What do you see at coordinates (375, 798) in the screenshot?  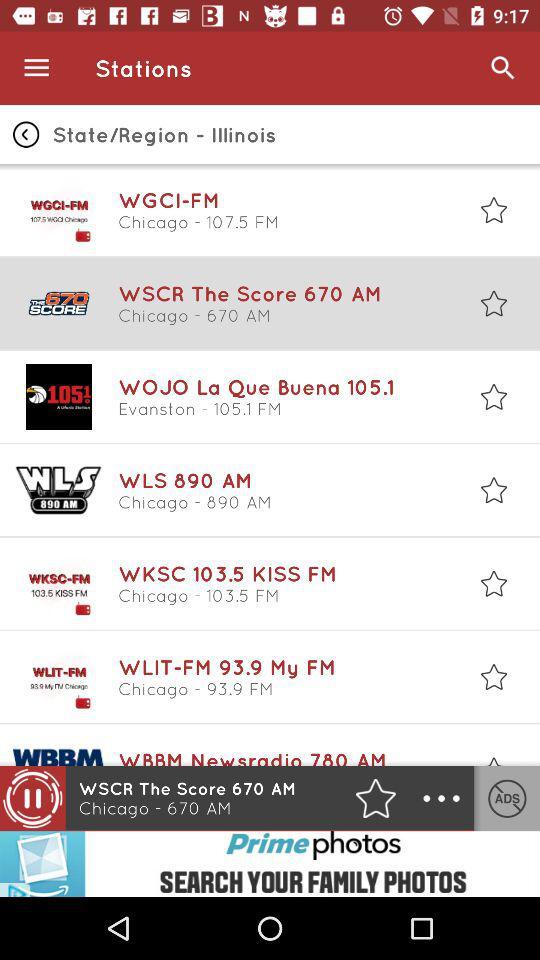 I see `the star icon` at bounding box center [375, 798].